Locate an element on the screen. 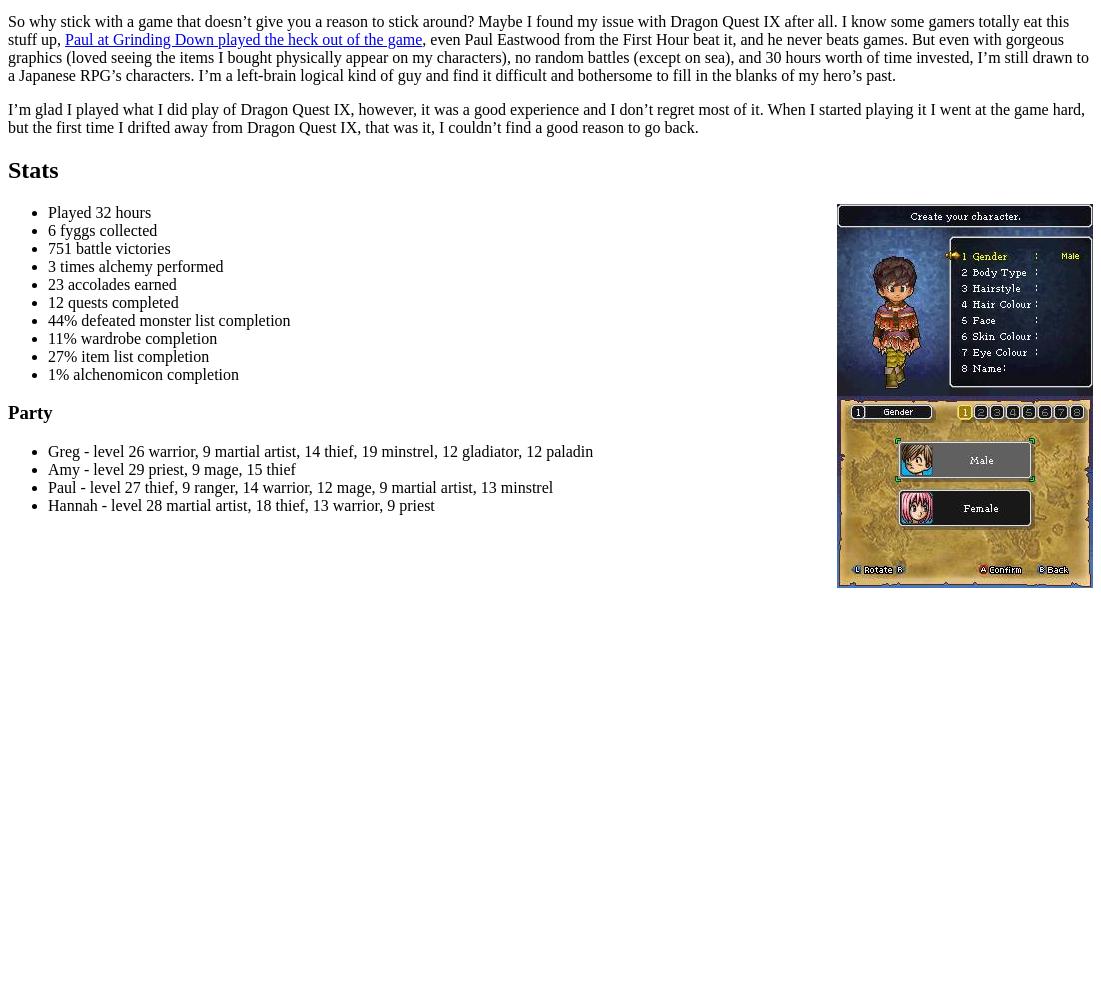 The height and width of the screenshot is (1000, 1101). 'I’m glad I played what I did play of Dragon Quest IX, however, it was a good experience and I don’t regret most of it. When I started playing it I went at the game hard, but the first time I drifted away from Dragon Quest IX, that was it, I couldn’t find a good reason to go back.' is located at coordinates (545, 116).